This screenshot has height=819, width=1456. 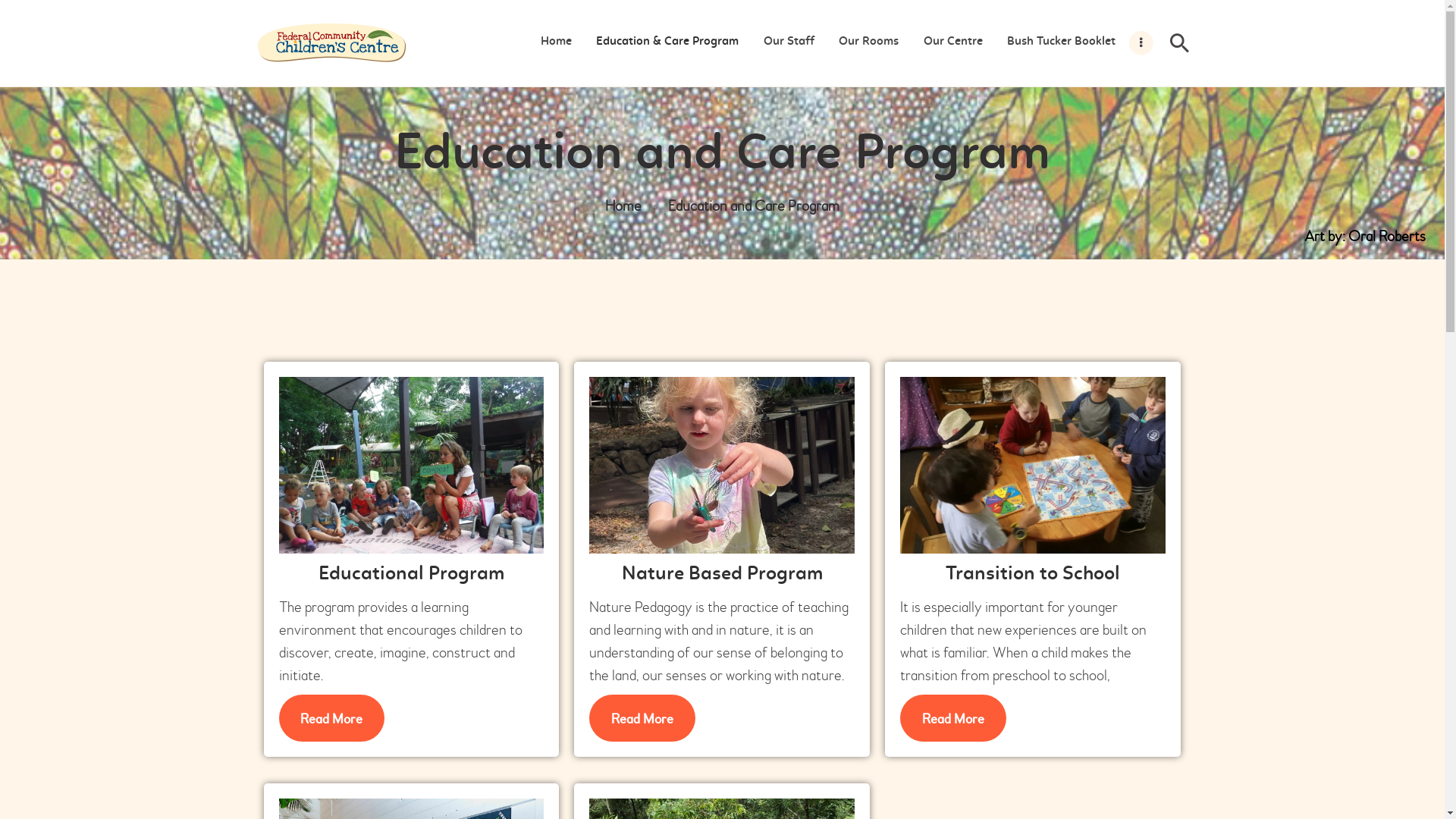 What do you see at coordinates (952, 717) in the screenshot?
I see `'Read More'` at bounding box center [952, 717].